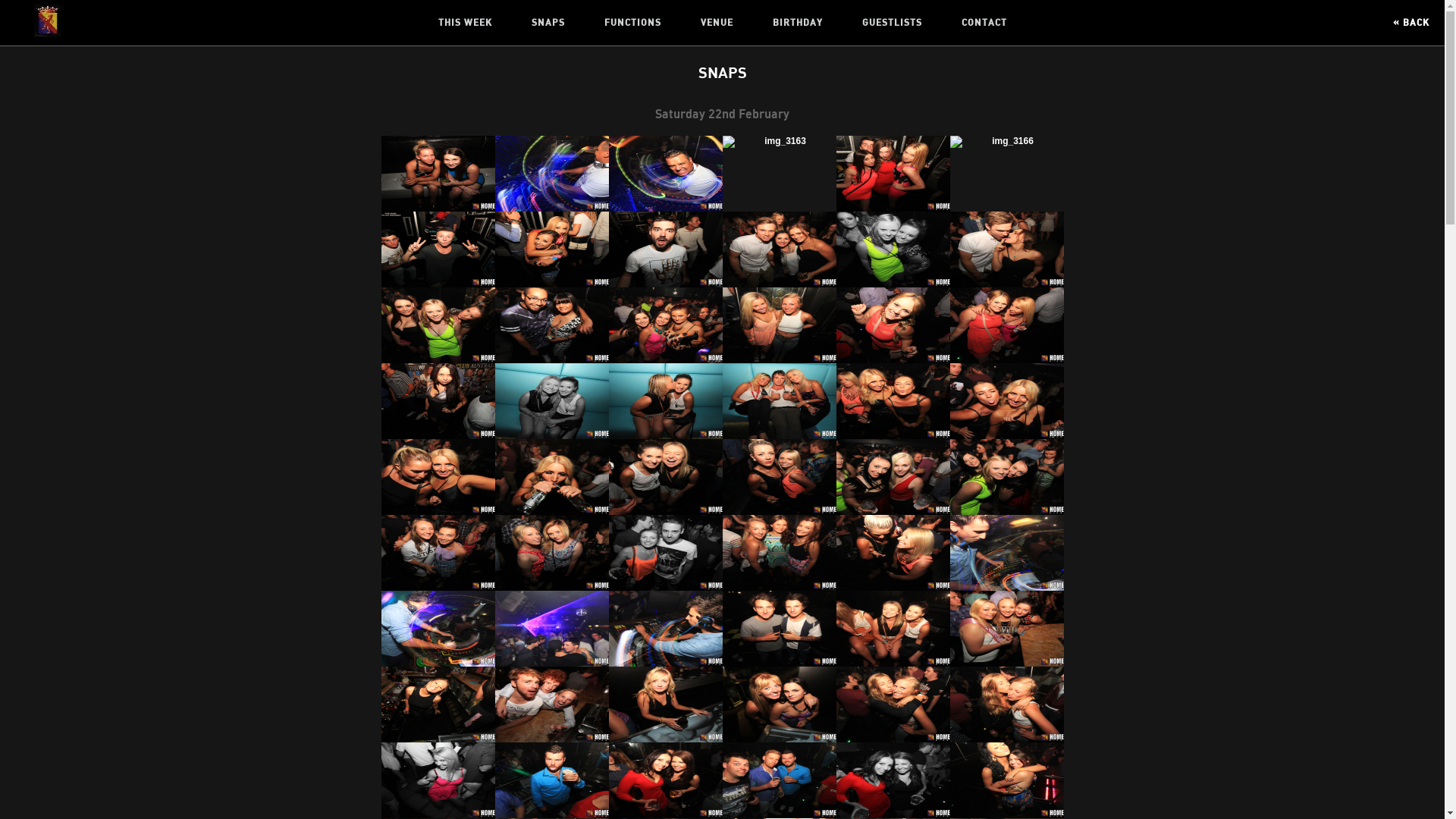 The image size is (1456, 819). What do you see at coordinates (984, 23) in the screenshot?
I see `'CONTACT'` at bounding box center [984, 23].